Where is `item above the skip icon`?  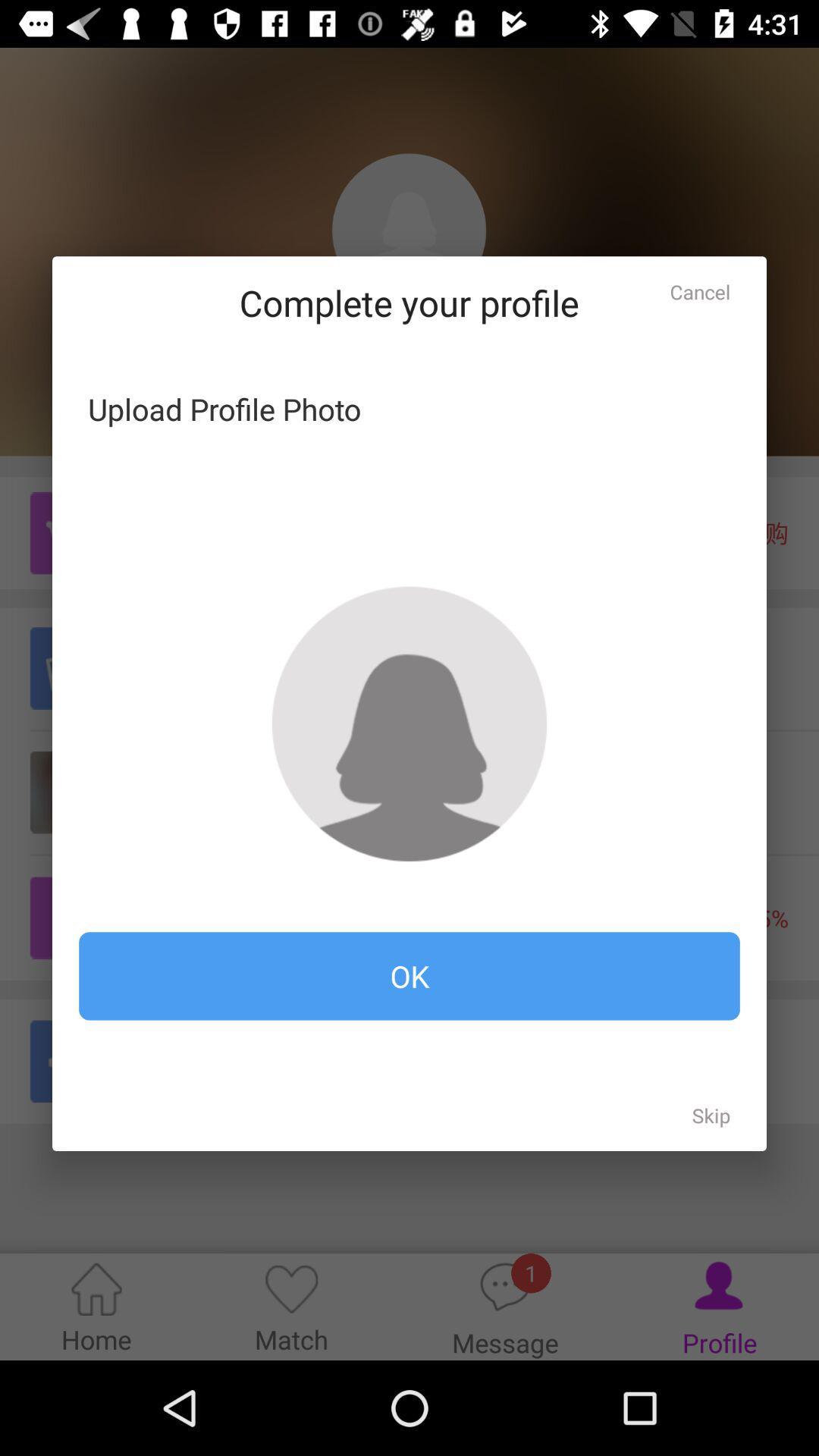 item above the skip icon is located at coordinates (409, 976).